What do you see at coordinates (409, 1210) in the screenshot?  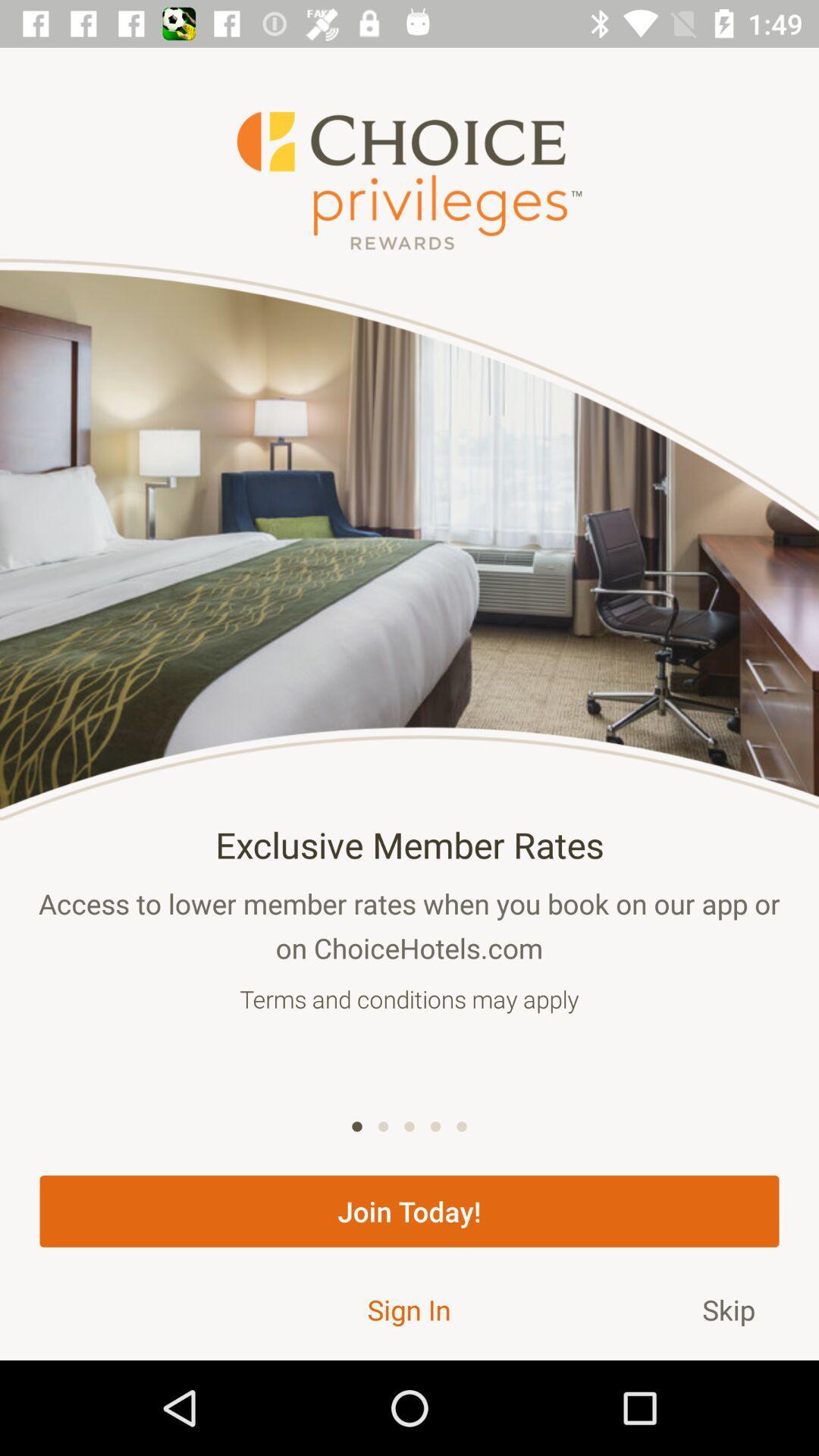 I see `join today! item` at bounding box center [409, 1210].